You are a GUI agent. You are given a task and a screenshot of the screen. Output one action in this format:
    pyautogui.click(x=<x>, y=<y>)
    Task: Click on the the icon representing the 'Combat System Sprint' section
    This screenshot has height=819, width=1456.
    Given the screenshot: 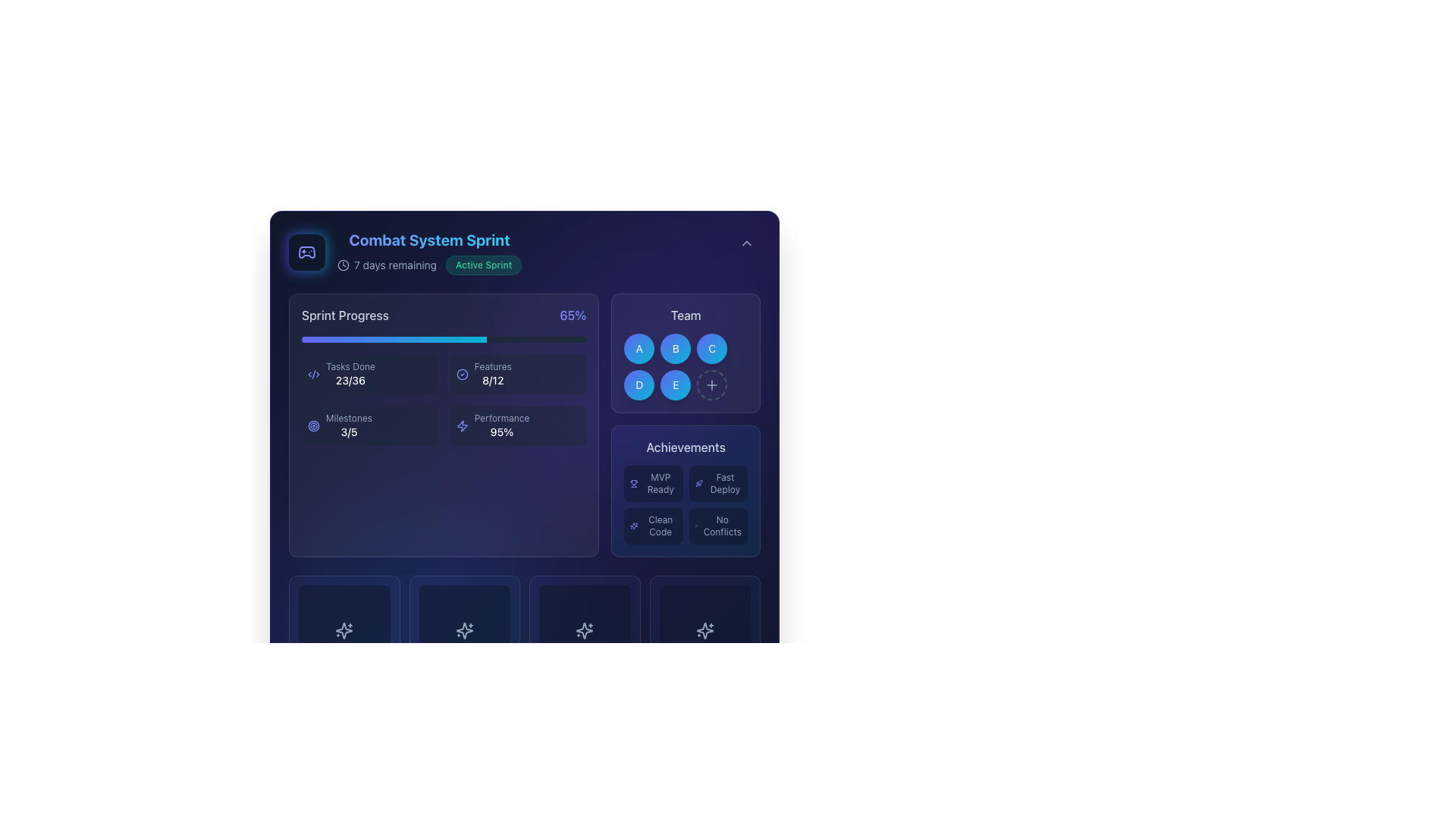 What is the action you would take?
    pyautogui.click(x=306, y=251)
    